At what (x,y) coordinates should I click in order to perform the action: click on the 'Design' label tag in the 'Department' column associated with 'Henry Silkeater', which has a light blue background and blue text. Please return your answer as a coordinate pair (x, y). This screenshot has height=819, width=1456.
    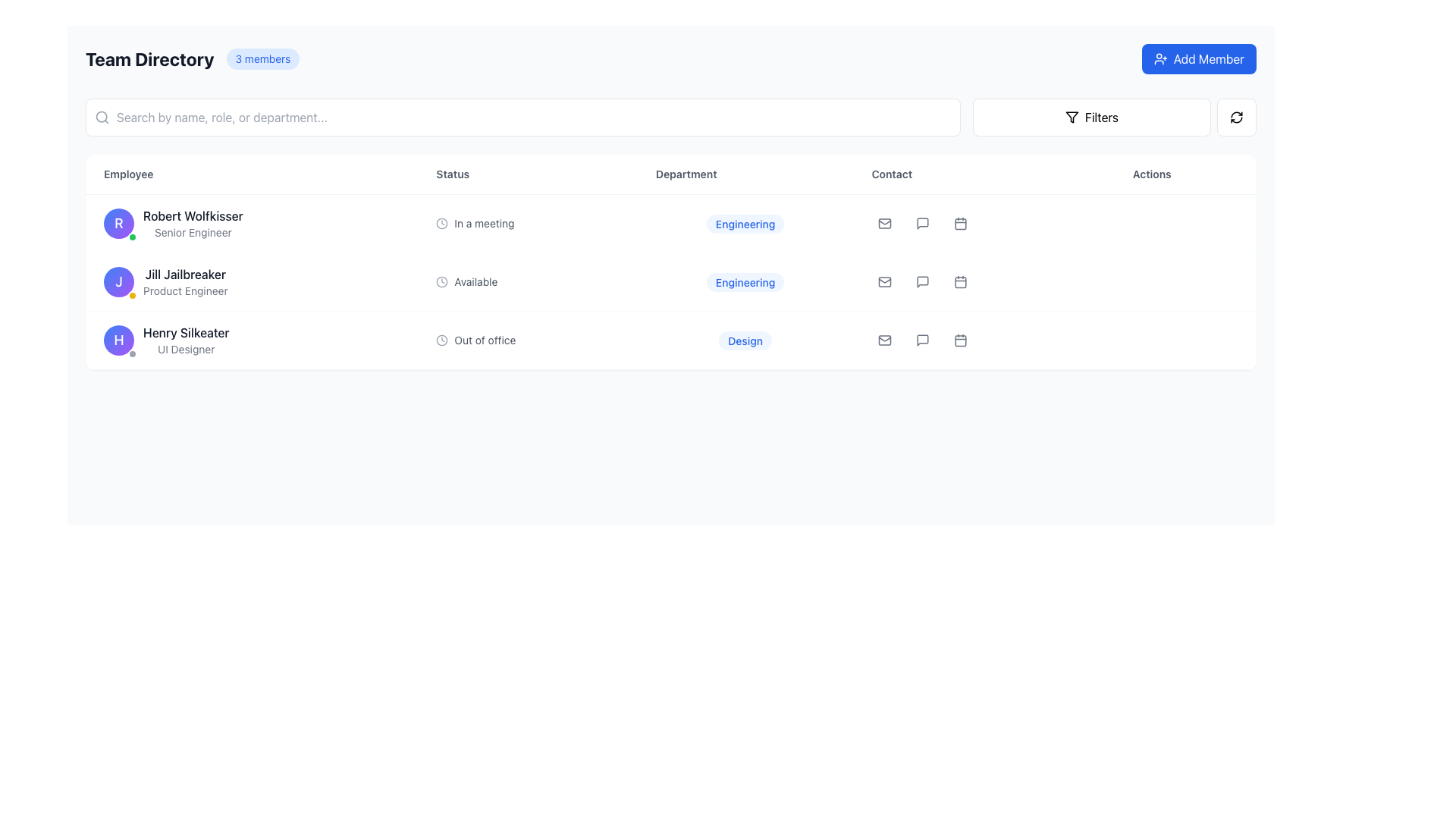
    Looking at the image, I should click on (745, 340).